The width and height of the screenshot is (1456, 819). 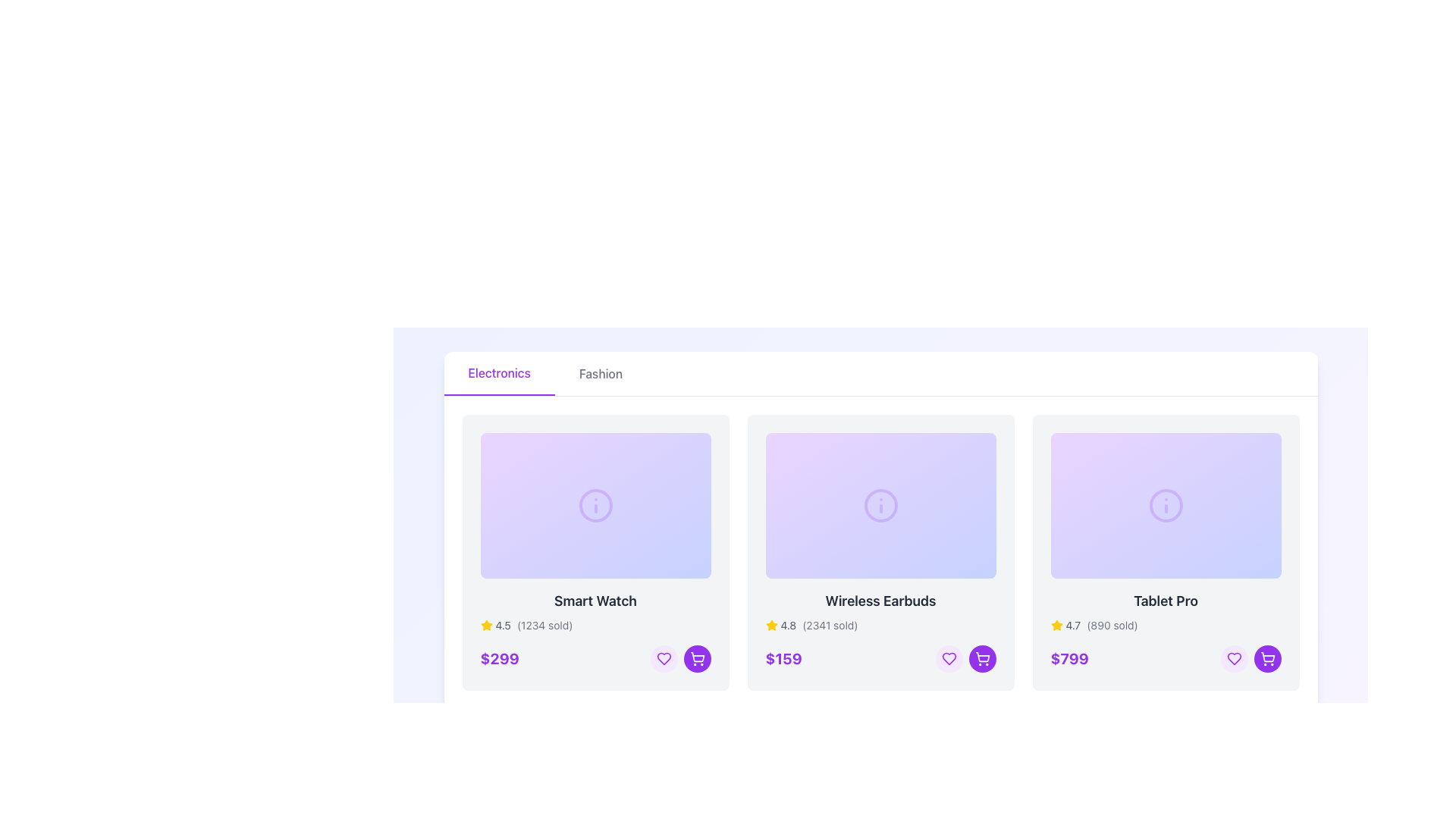 What do you see at coordinates (1068, 657) in the screenshot?
I see `the price text element displaying the cost of the 'Tablet Pro' located in the bottom section of the rightmost product card` at bounding box center [1068, 657].